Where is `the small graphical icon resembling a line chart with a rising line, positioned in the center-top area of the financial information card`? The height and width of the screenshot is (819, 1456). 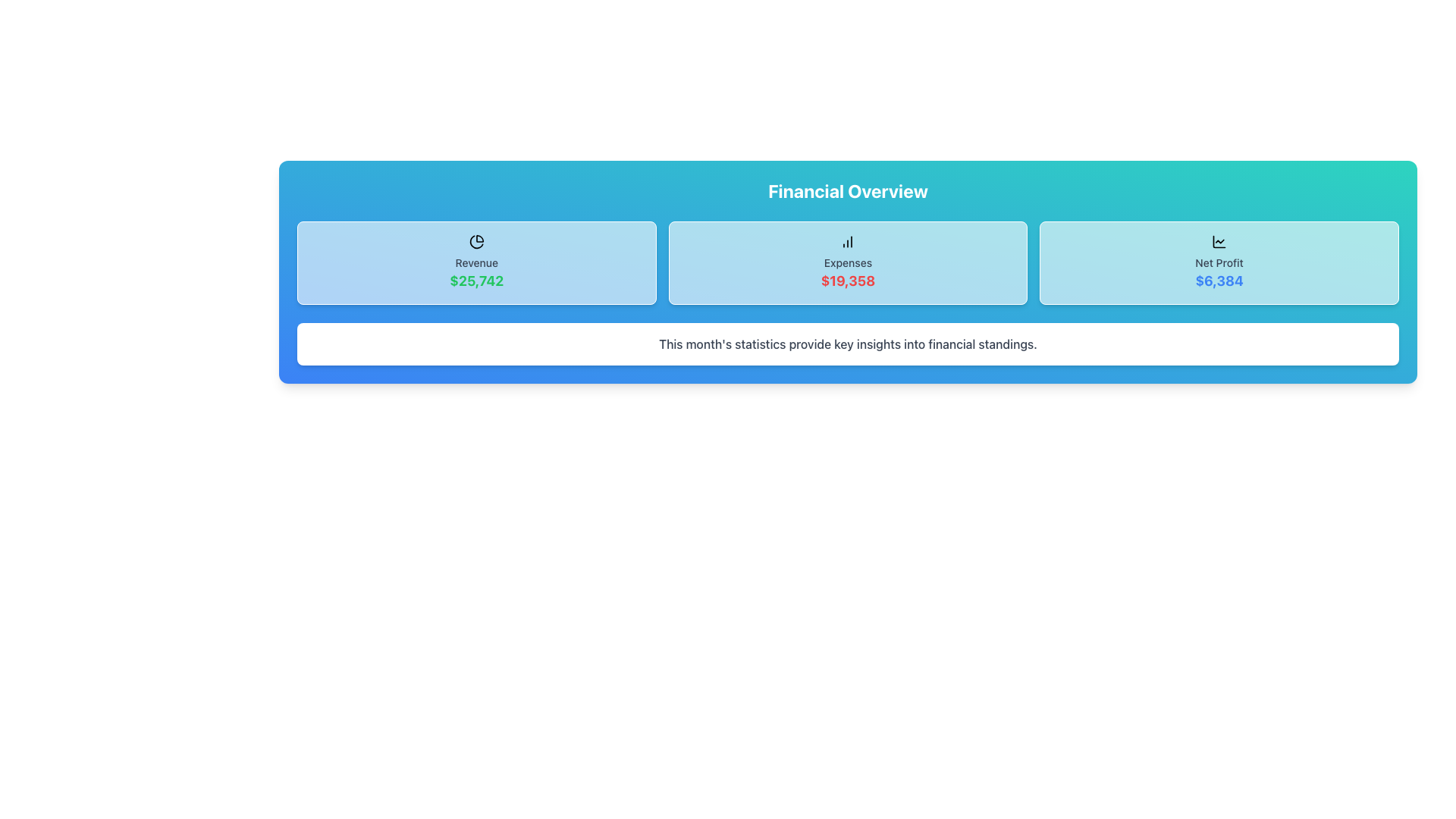 the small graphical icon resembling a line chart with a rising line, positioned in the center-top area of the financial information card is located at coordinates (1219, 241).